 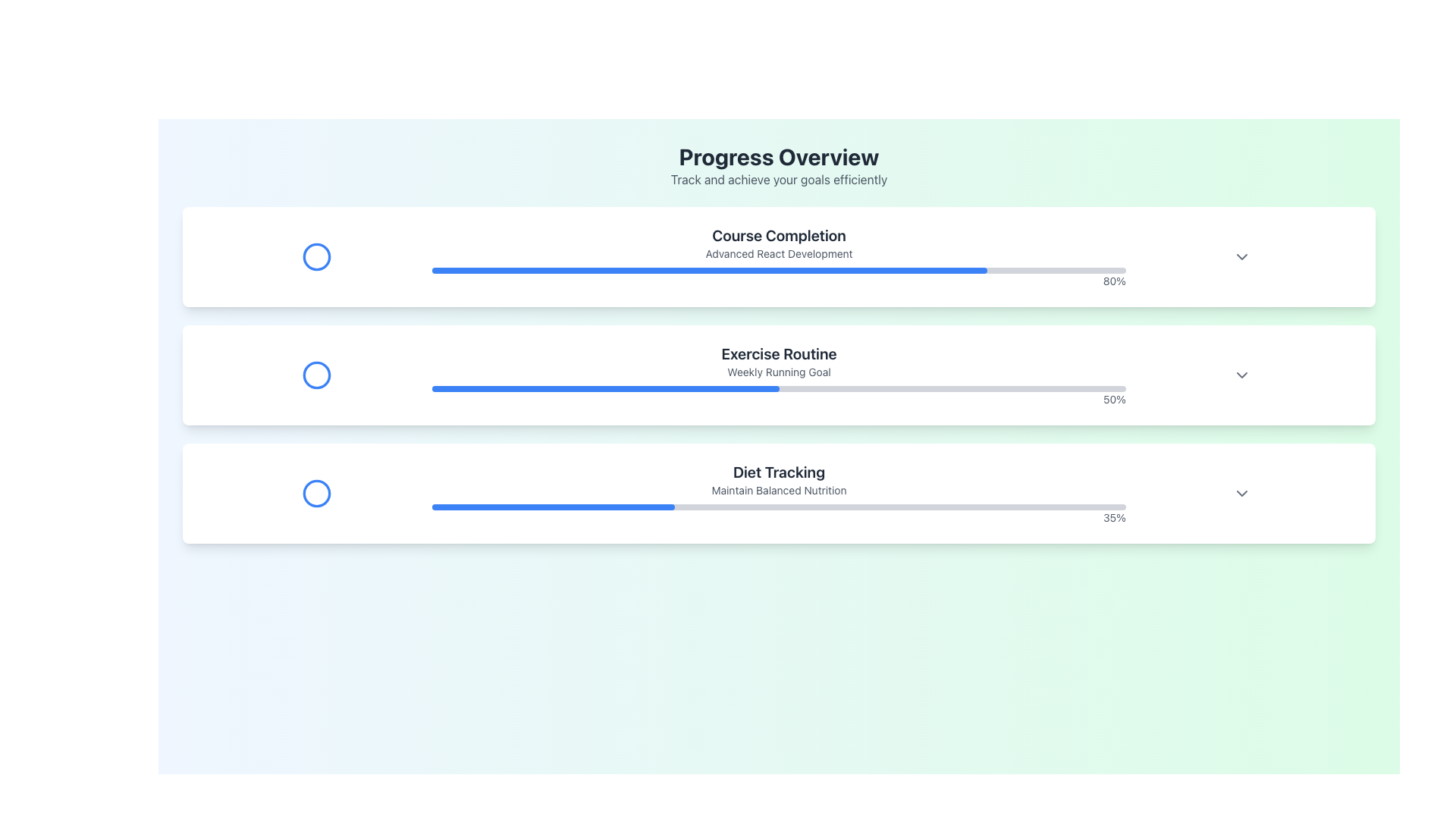 I want to click on the circular icon that serves as a progress indicator for the 'Course Completion' task, located in the top progress bar card, so click(x=315, y=256).